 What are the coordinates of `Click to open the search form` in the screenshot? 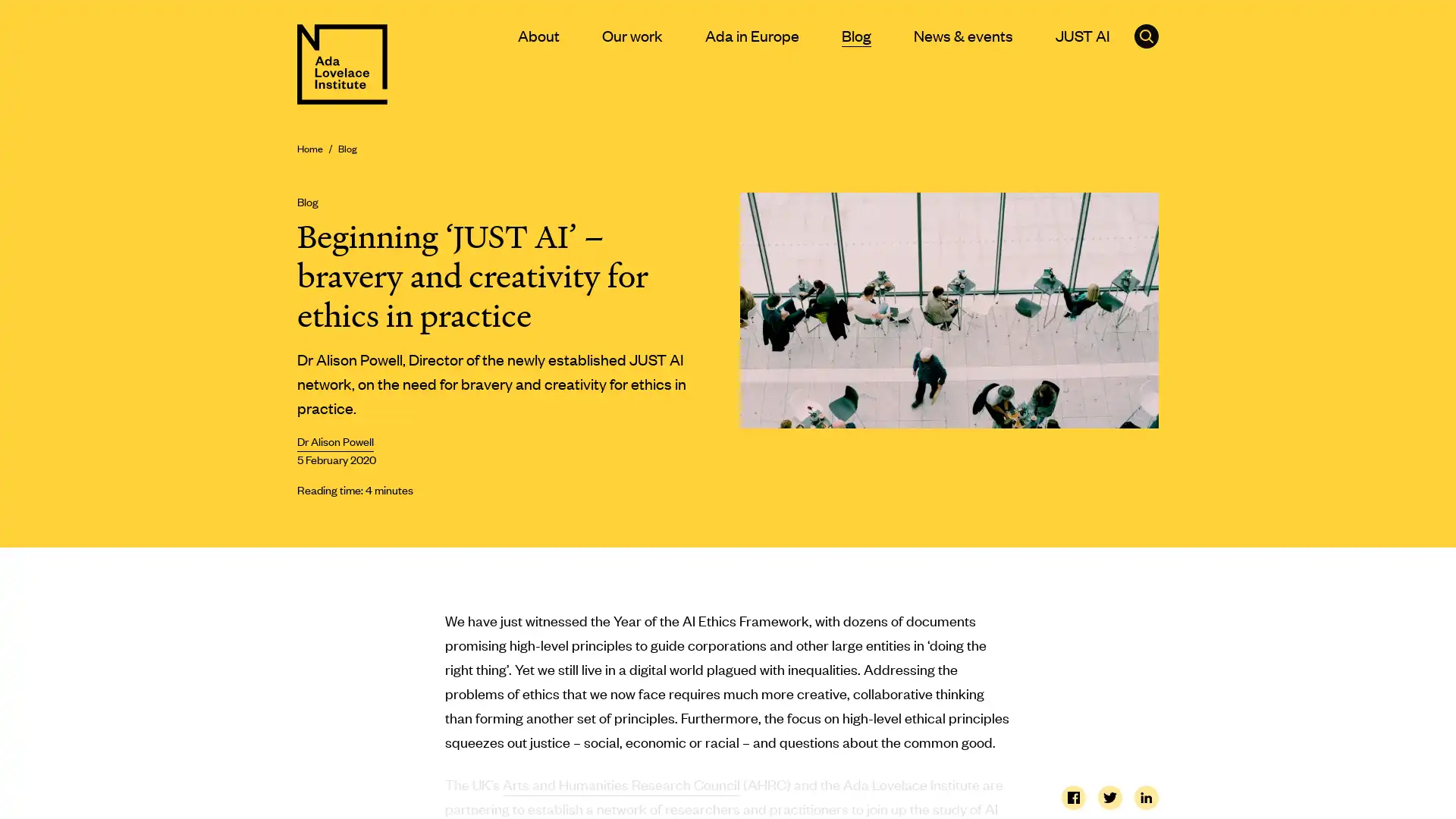 It's located at (1147, 35).